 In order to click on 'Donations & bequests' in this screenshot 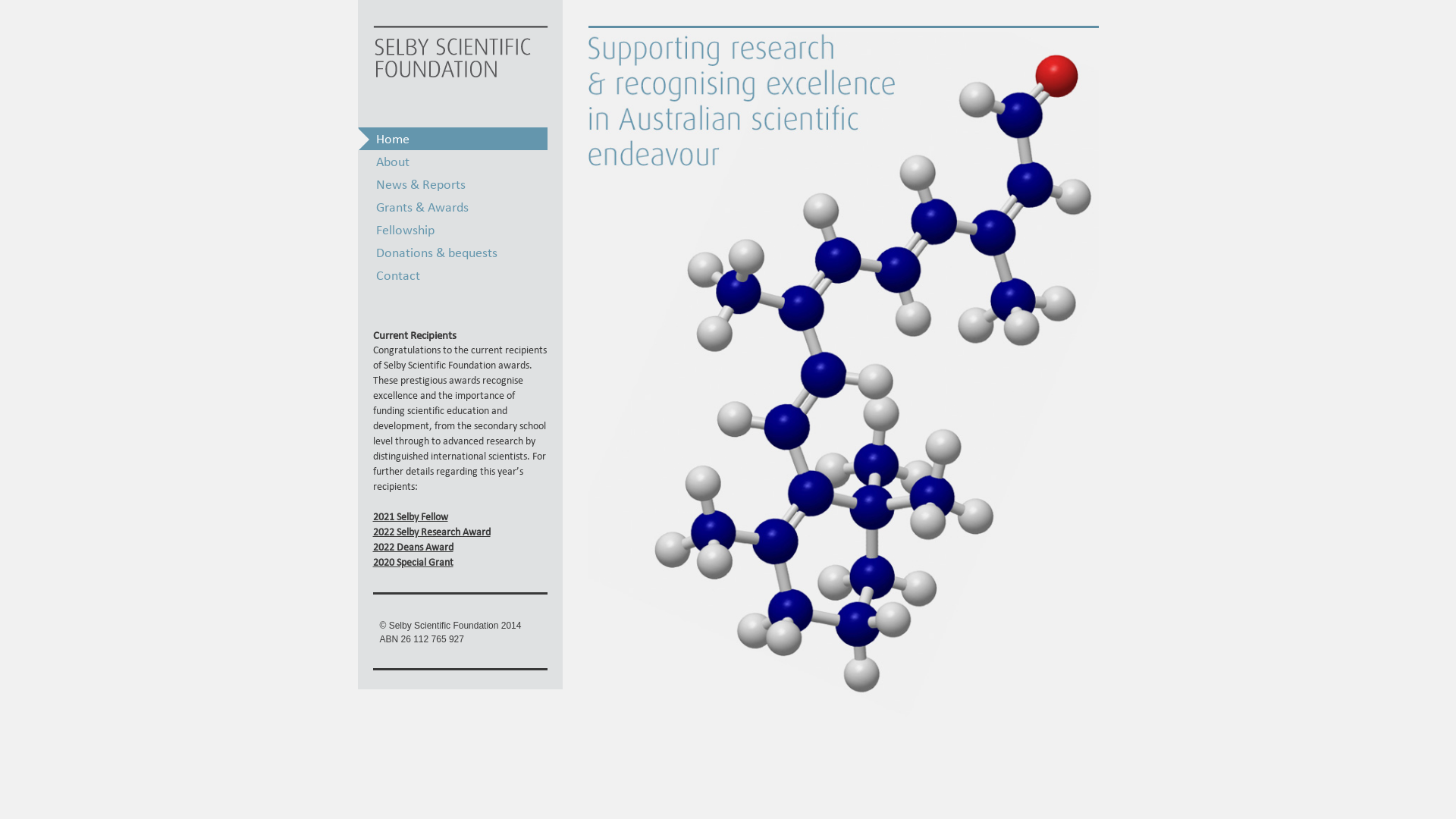, I will do `click(451, 251)`.